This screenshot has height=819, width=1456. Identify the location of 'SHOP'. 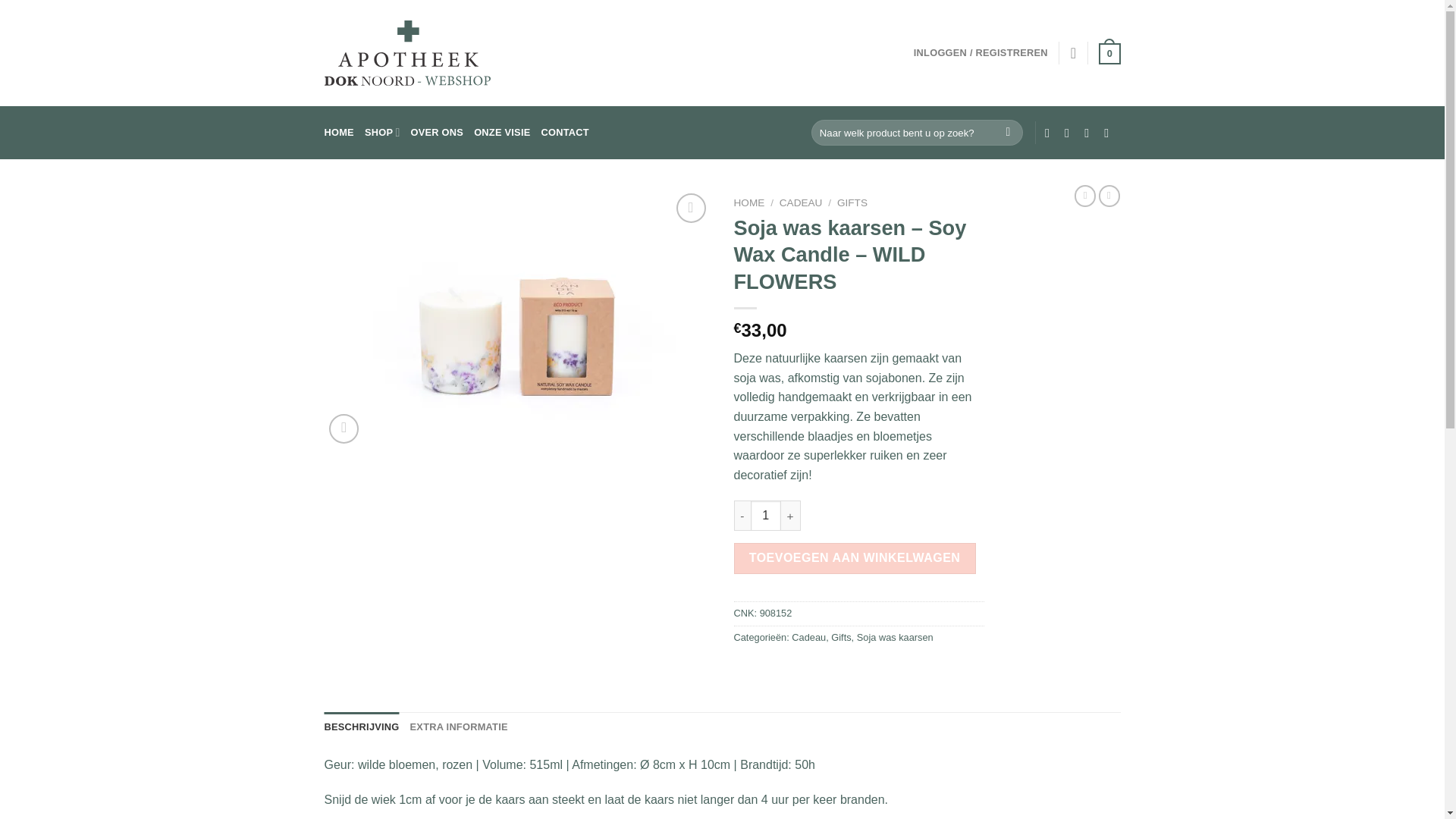
(364, 131).